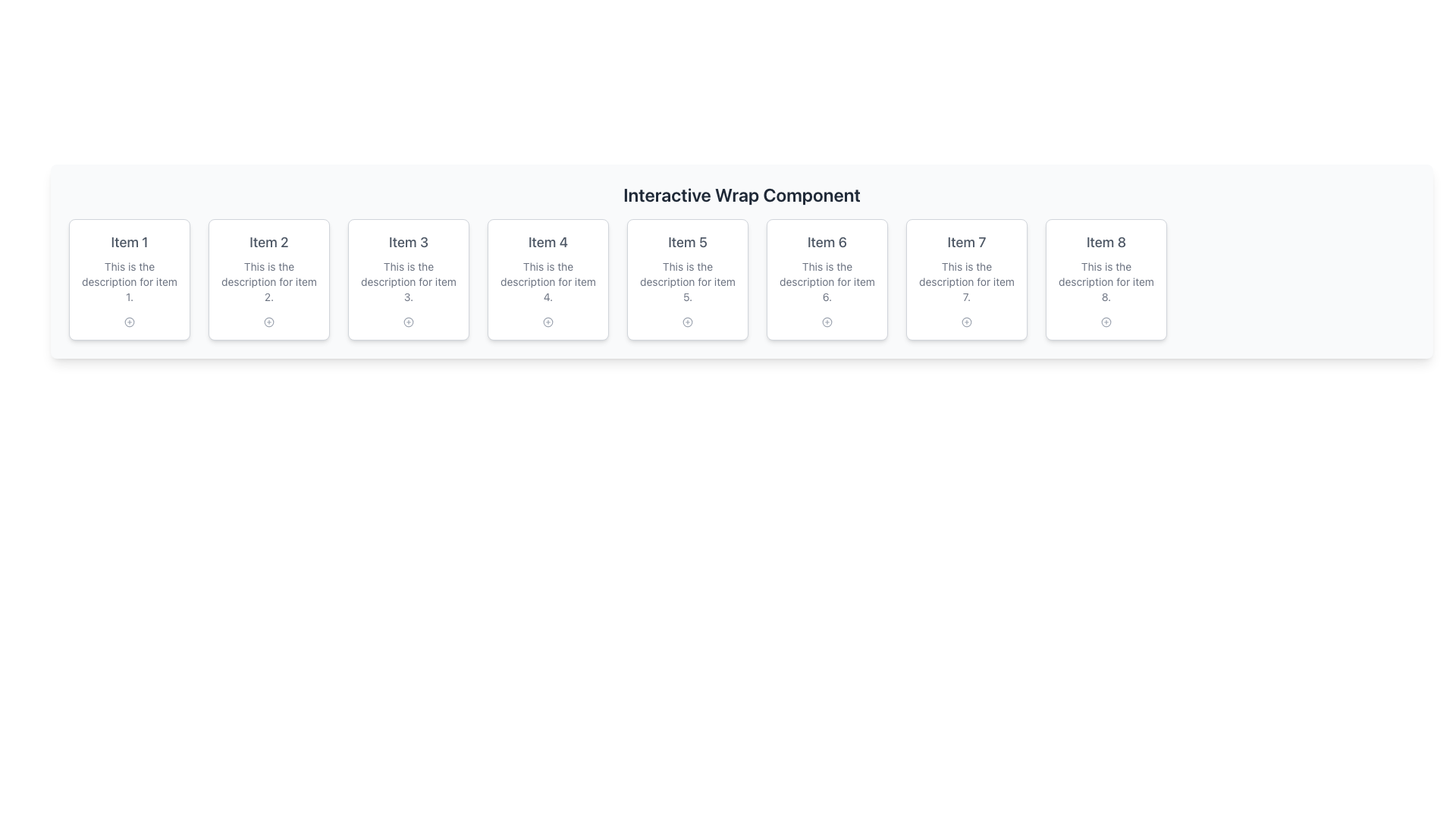 This screenshot has width=1456, height=819. I want to click on the text display element styled in small gray font that reads 'This is the description for item 4', located below the title 'Item 4', so click(548, 281).